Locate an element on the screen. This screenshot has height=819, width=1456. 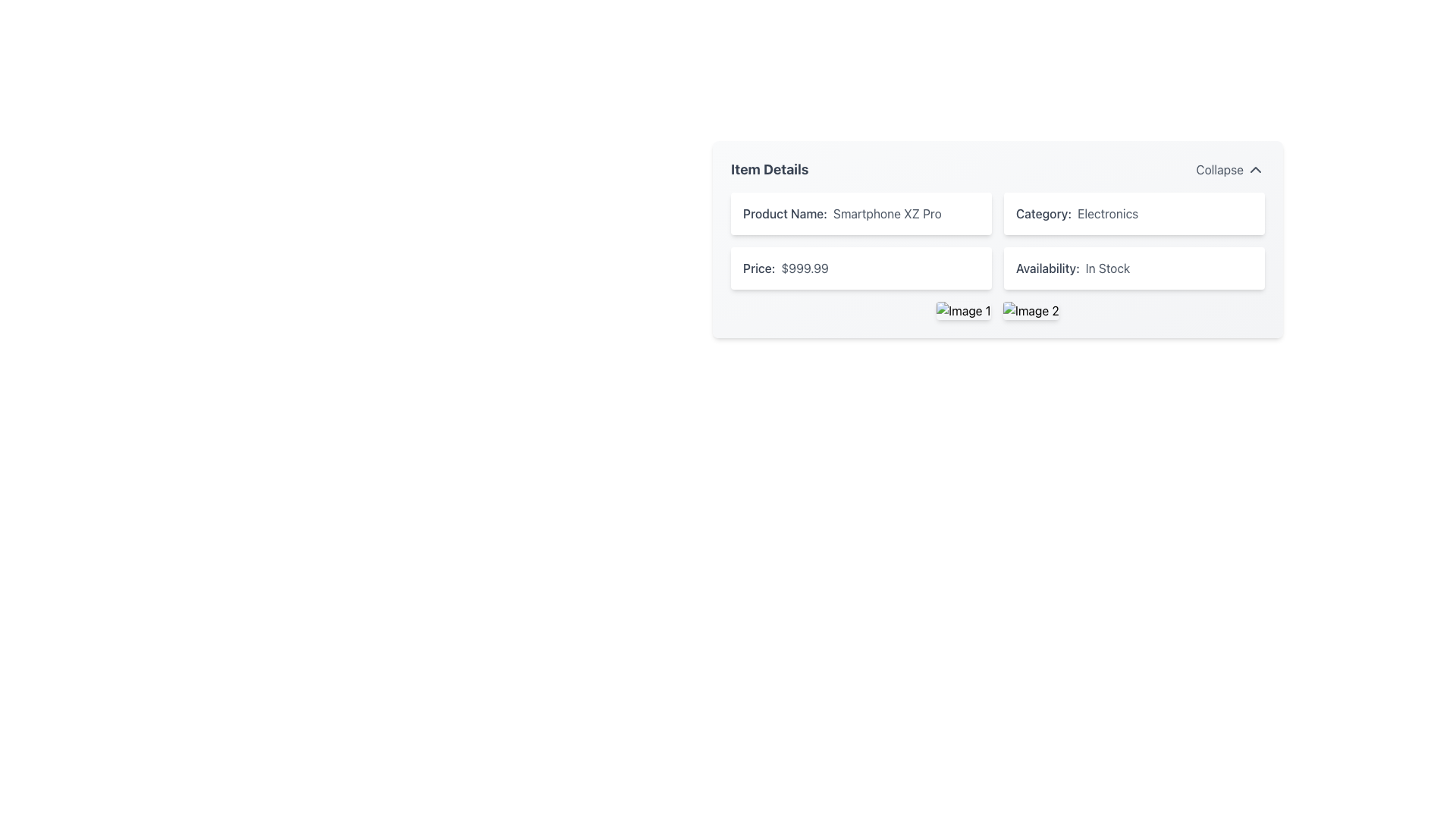
the Text Label displaying the product category, positioned in the top-right corner of the grid layout, adjacent to the 'Product Name: Smartphone XZ Pro' and above 'Availability: In Stock' is located at coordinates (1134, 213).